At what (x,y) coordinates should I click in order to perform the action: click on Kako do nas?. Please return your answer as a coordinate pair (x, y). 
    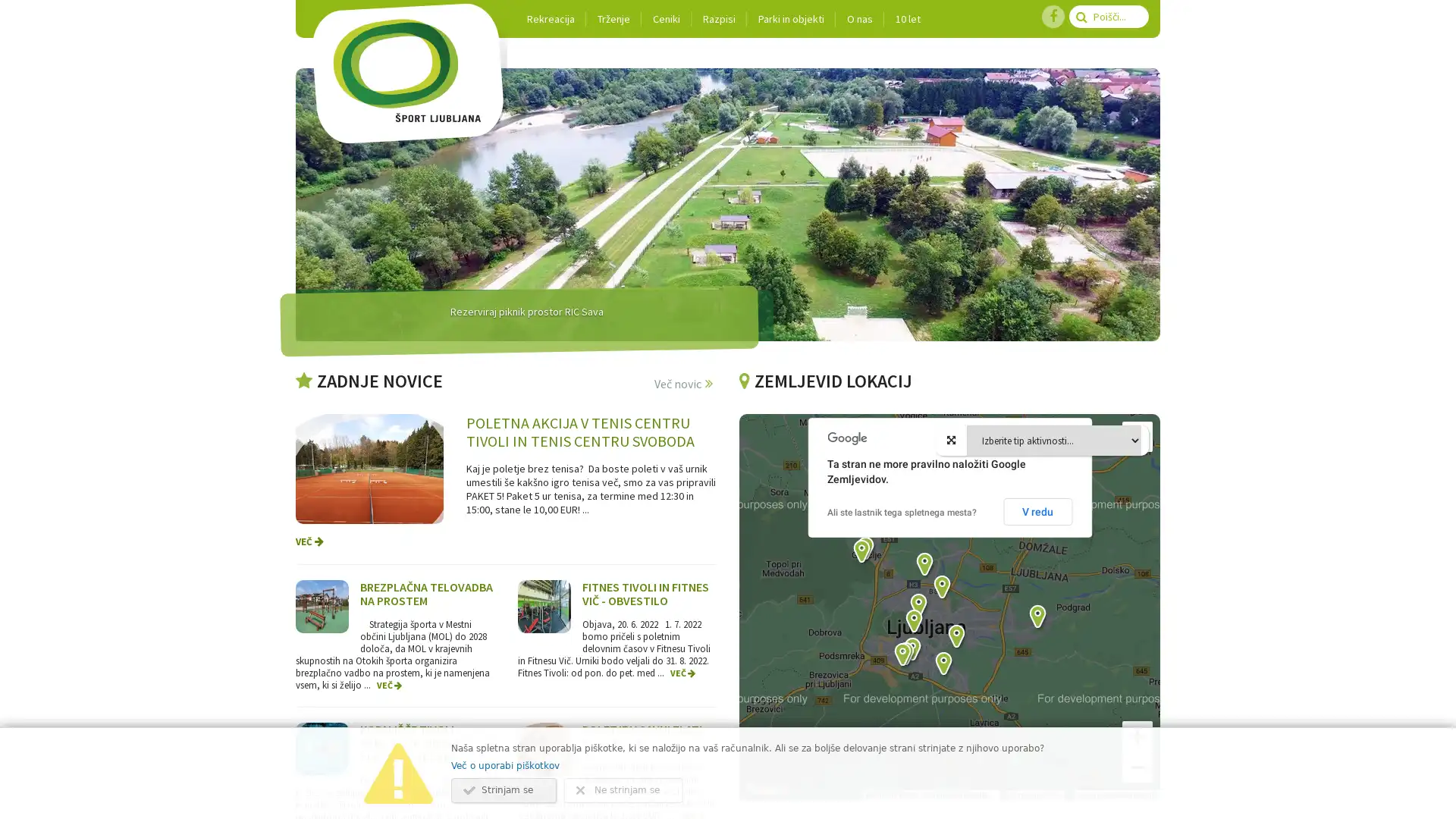
    Looking at the image, I should click on (949, 684).